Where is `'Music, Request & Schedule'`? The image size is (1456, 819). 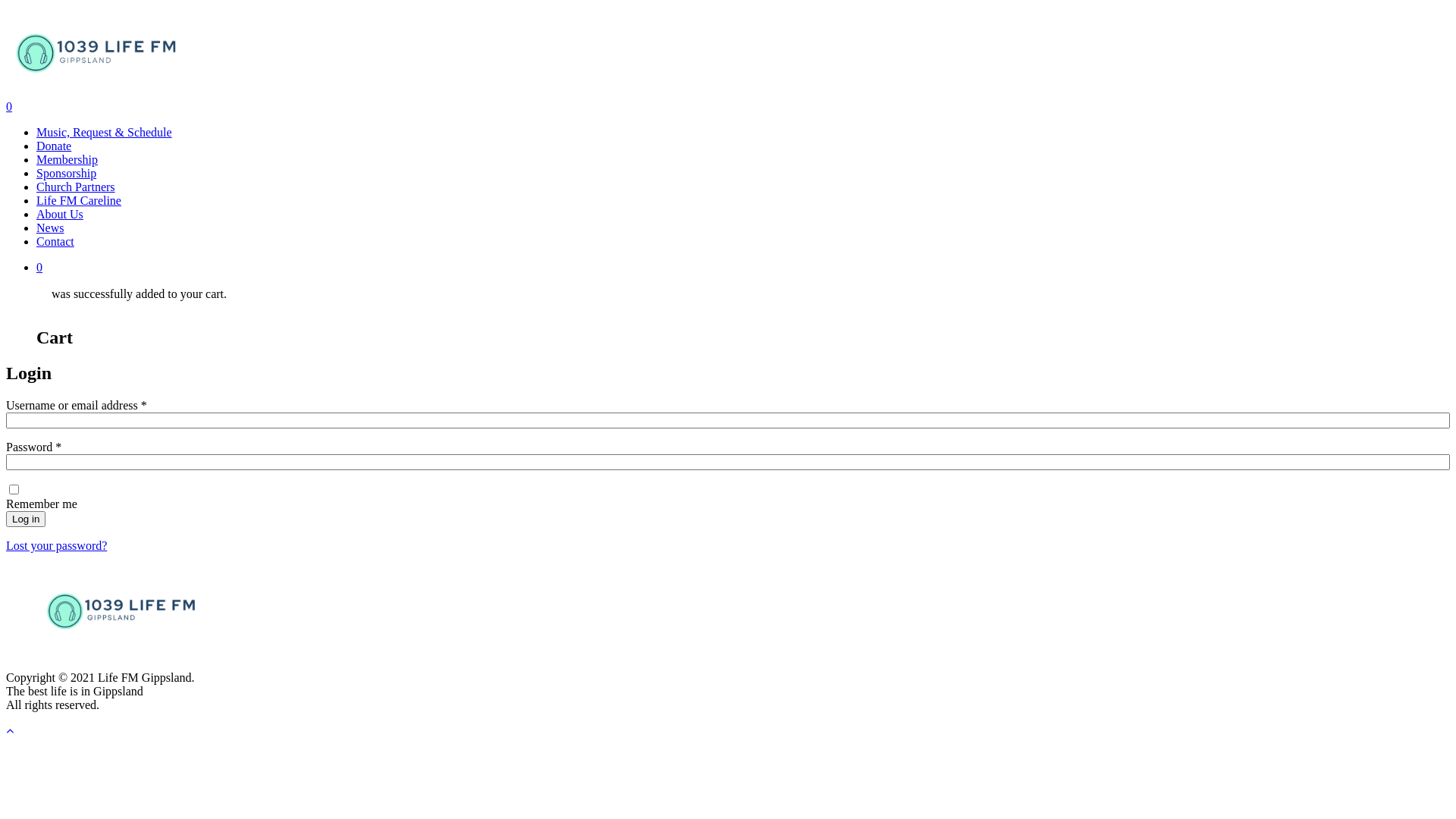
'Music, Request & Schedule' is located at coordinates (36, 131).